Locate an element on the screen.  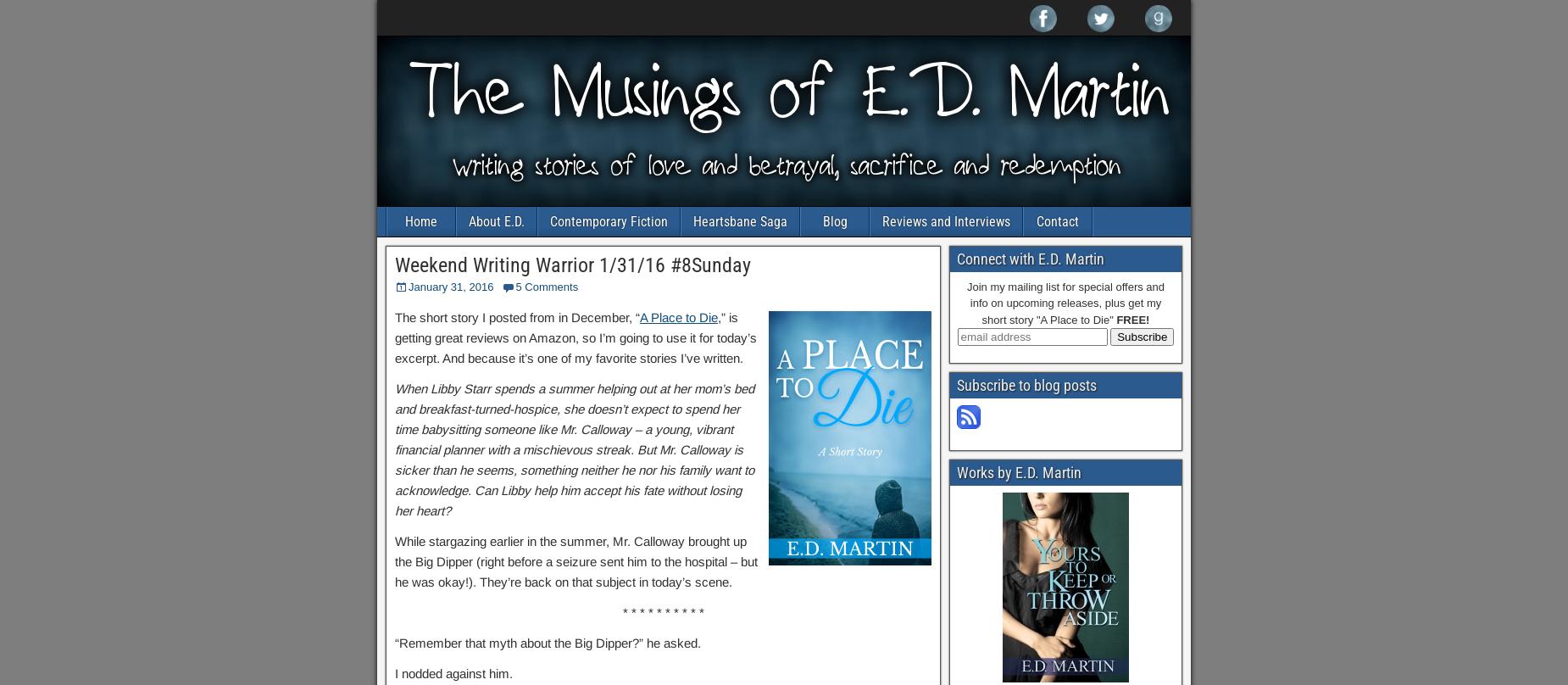
'“Remember that myth about the Big Dipper?” he asked.' is located at coordinates (548, 642).